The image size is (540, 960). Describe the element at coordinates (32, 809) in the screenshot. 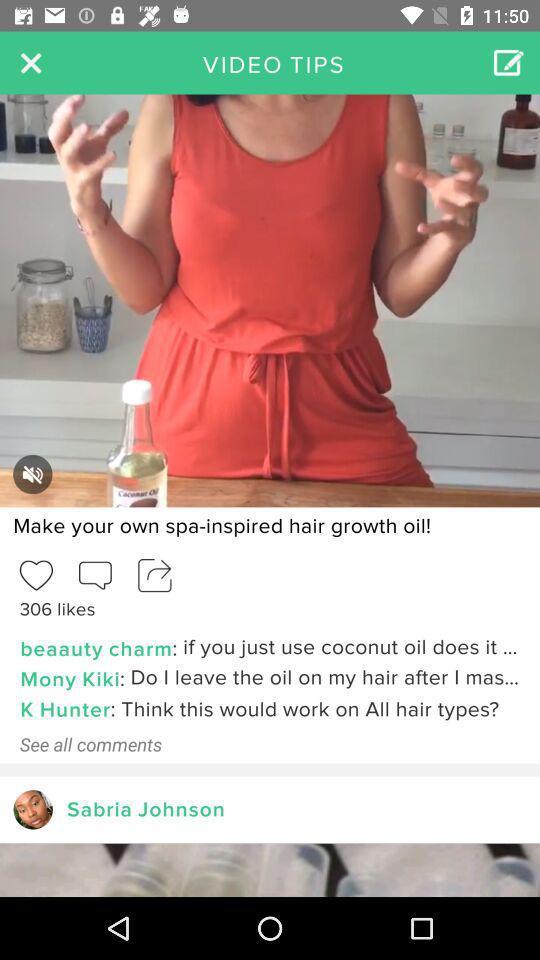

I see `profile page` at that location.